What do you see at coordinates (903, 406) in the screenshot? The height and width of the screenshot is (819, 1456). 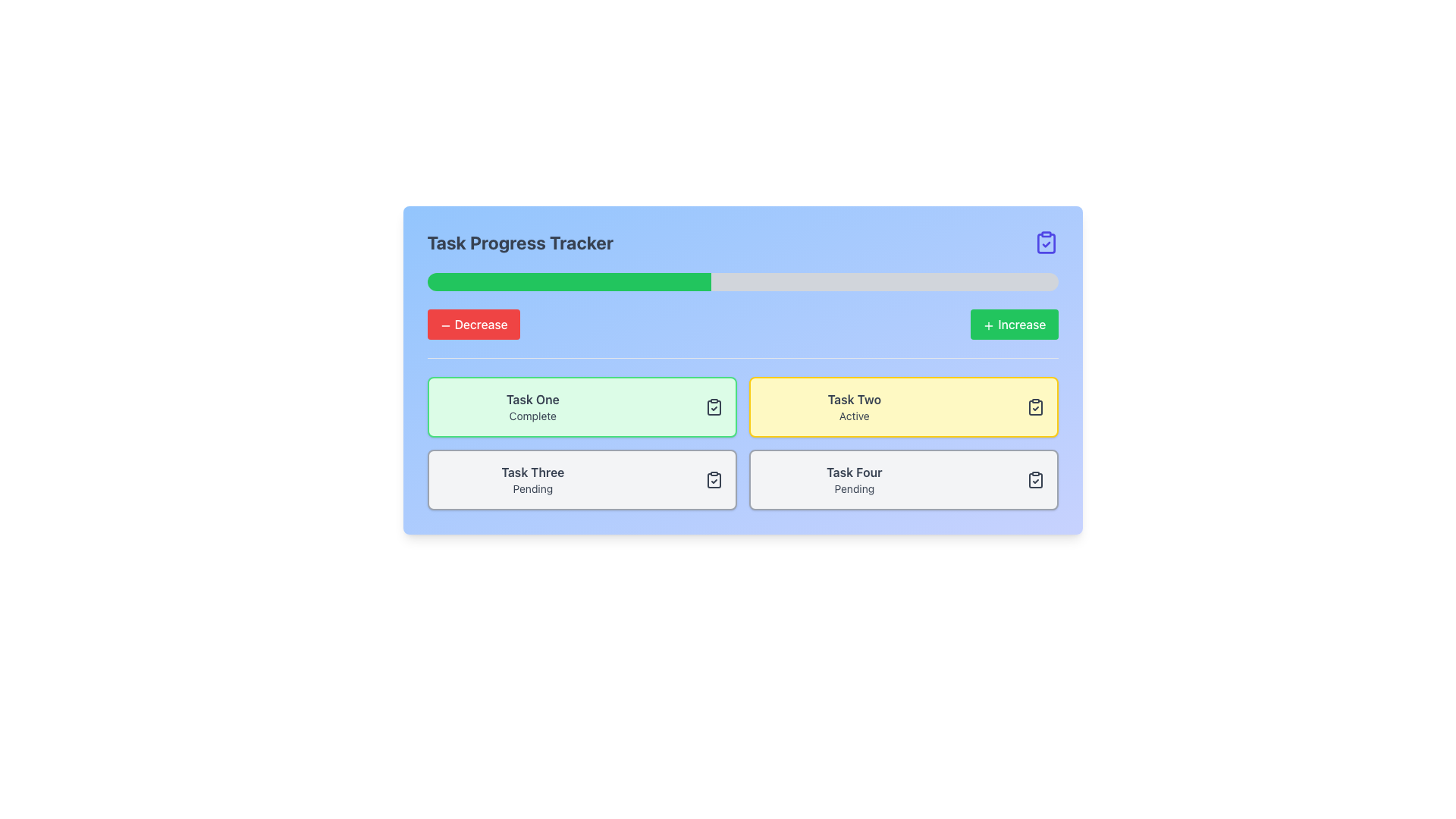 I see `the Card component that displays the task name 'Task Two' and its status 'Active', located in the top row, second column of the task tracking system` at bounding box center [903, 406].